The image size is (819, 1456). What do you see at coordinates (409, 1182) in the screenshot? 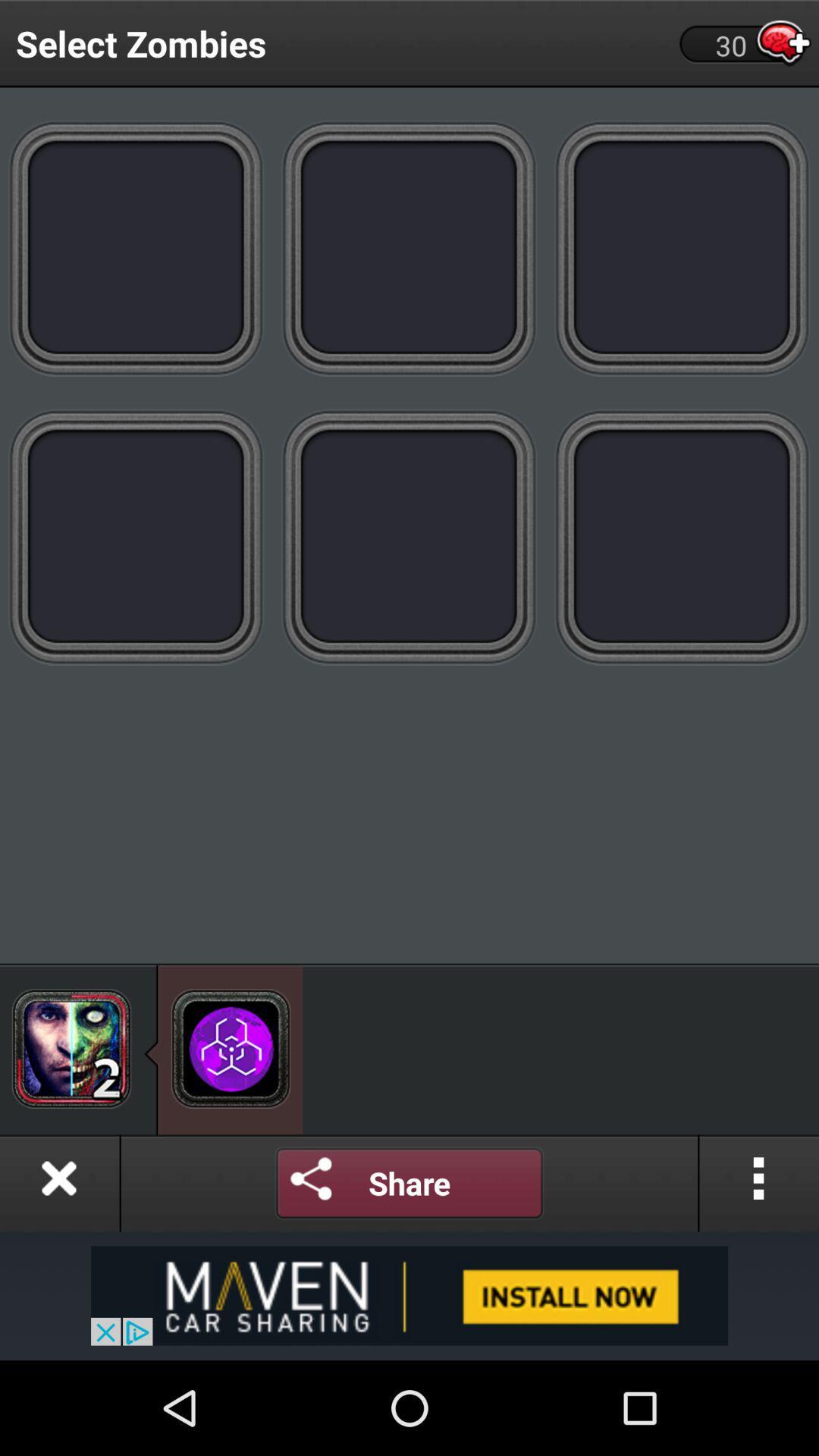
I see `share it` at bounding box center [409, 1182].